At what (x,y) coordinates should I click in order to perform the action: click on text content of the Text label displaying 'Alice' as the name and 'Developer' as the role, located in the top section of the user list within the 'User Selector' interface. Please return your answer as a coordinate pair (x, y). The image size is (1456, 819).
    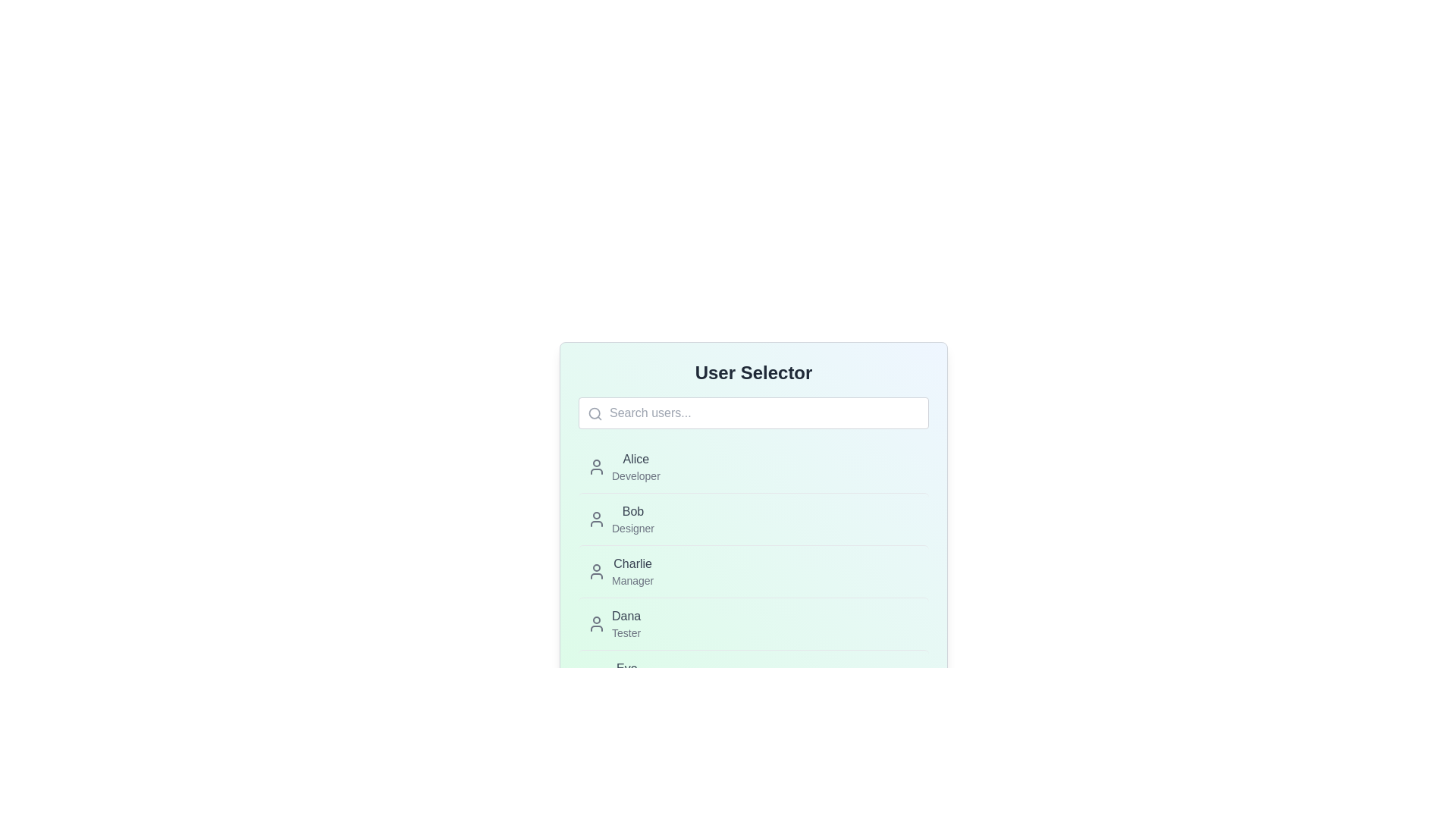
    Looking at the image, I should click on (635, 466).